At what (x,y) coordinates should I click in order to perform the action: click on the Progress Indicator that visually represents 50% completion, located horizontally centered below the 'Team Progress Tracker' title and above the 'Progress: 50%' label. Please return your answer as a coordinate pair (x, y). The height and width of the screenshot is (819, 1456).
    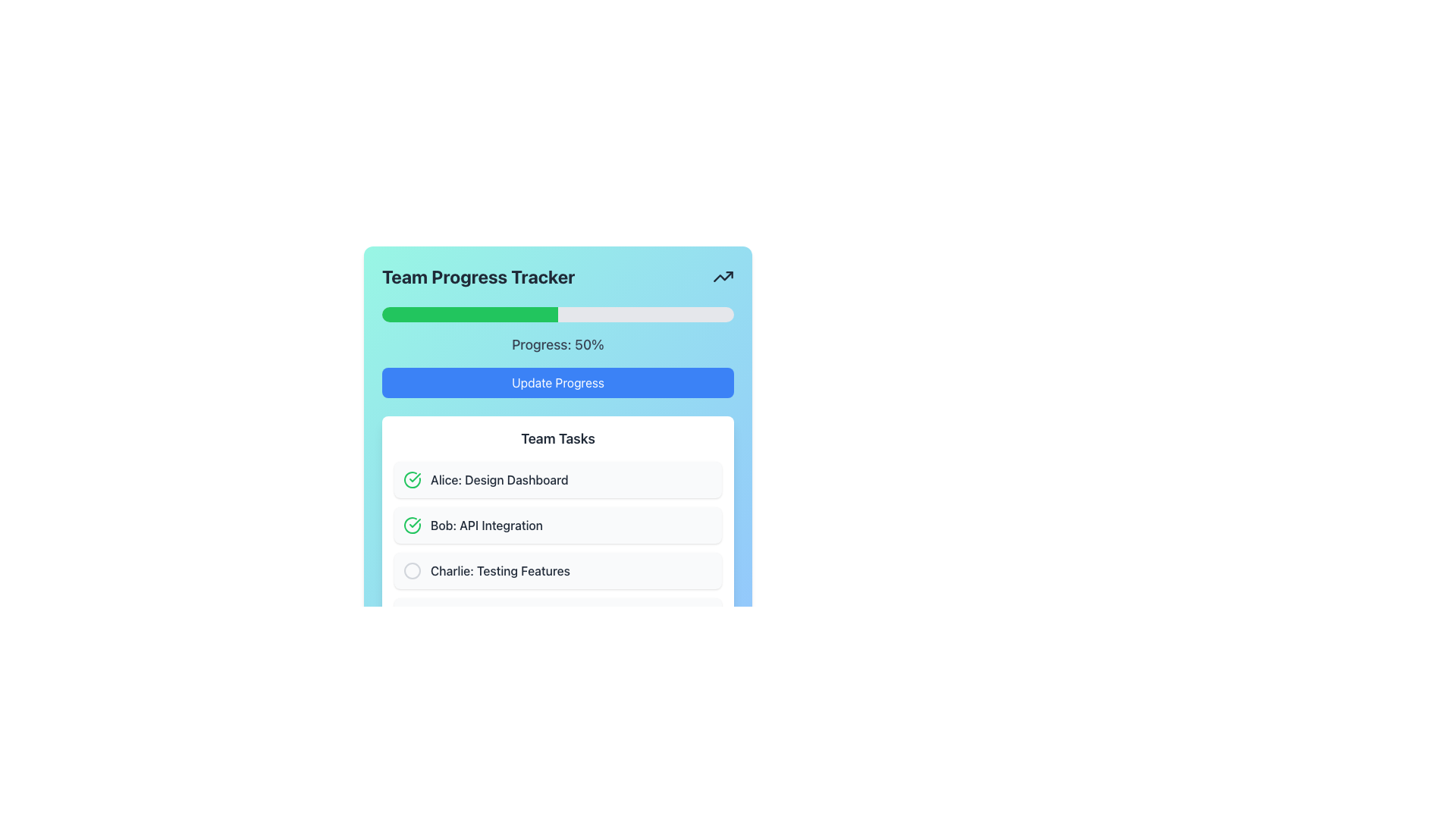
    Looking at the image, I should click on (469, 314).